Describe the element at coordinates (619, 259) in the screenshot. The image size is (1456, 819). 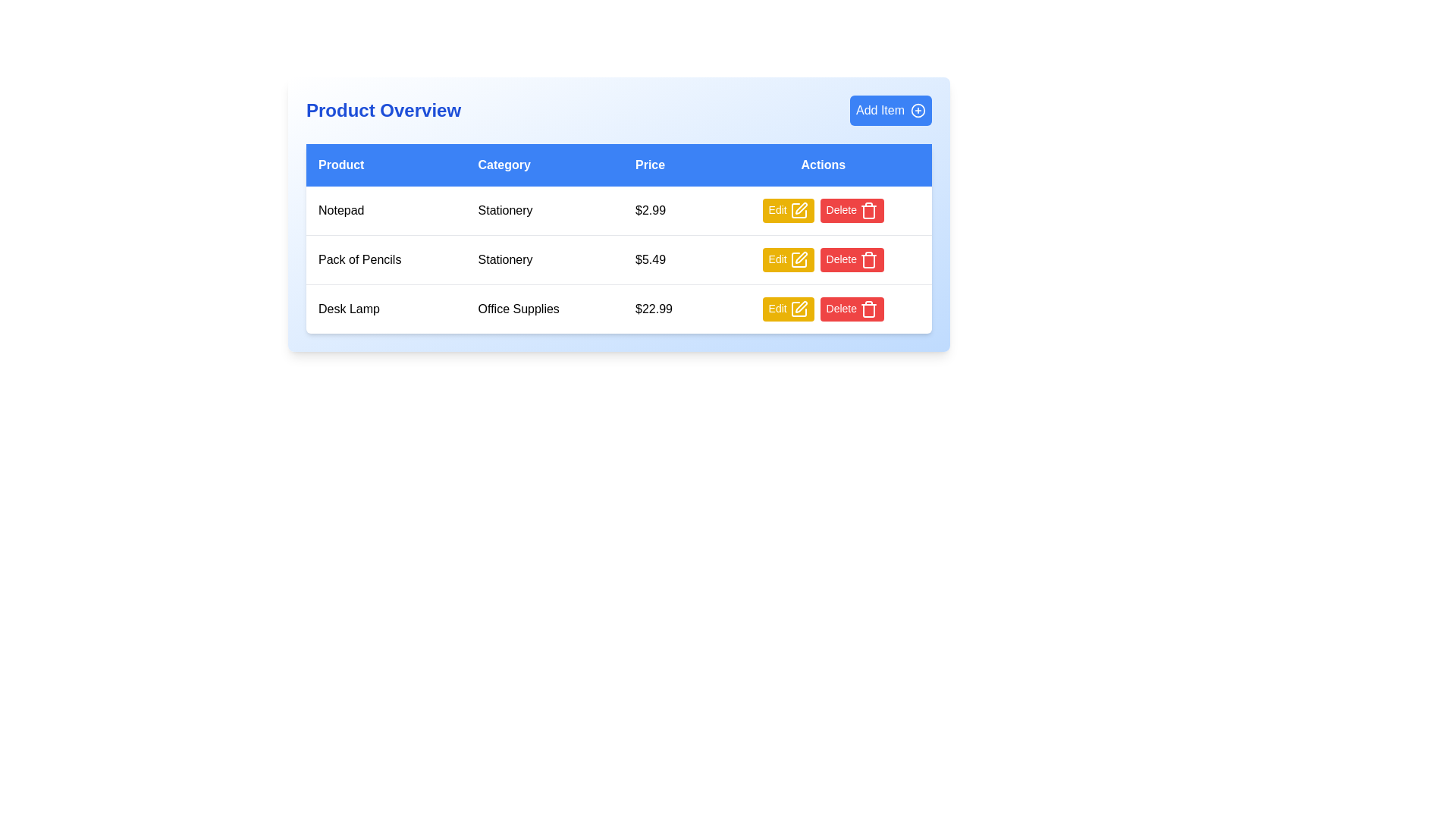
I see `the second product row in the 'Product Overview' table that details 'Pack of Pencils' for further actions` at that location.